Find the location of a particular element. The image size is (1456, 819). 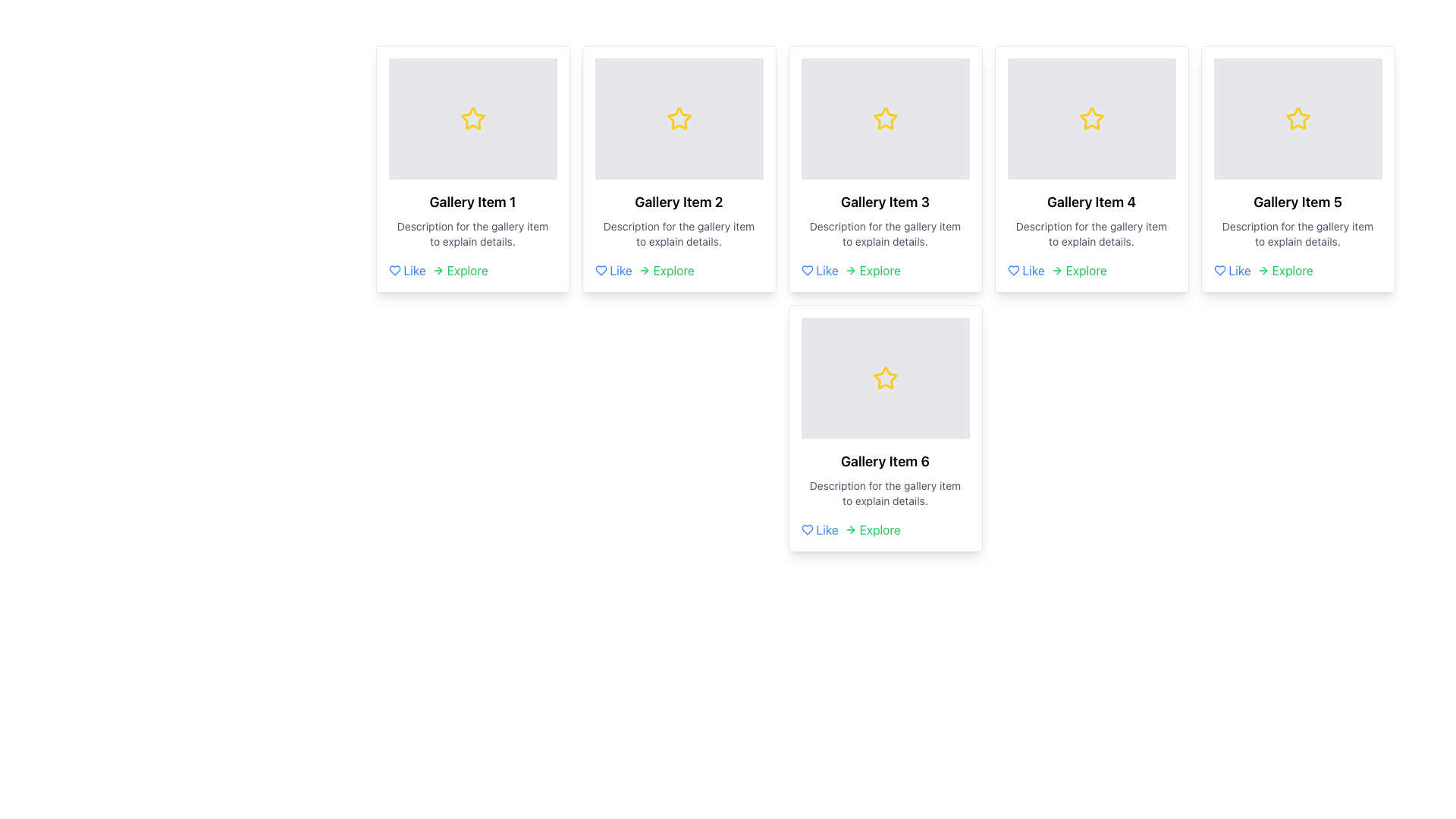

the Text Block displaying the title and description of the first gallery item, located below the star icon and above the 'Like' and 'Explore' links is located at coordinates (472, 220).